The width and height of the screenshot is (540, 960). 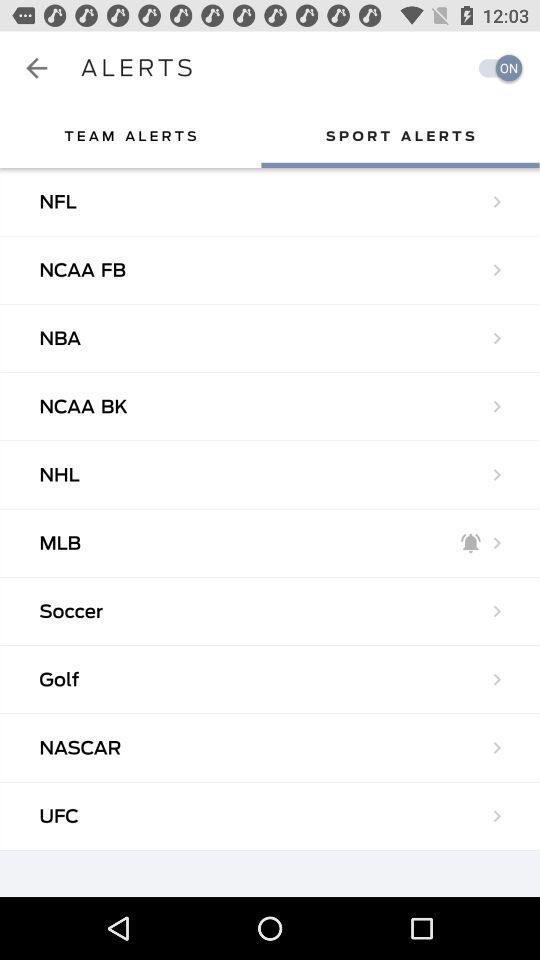 I want to click on the item to the right of alerts app, so click(x=494, y=68).